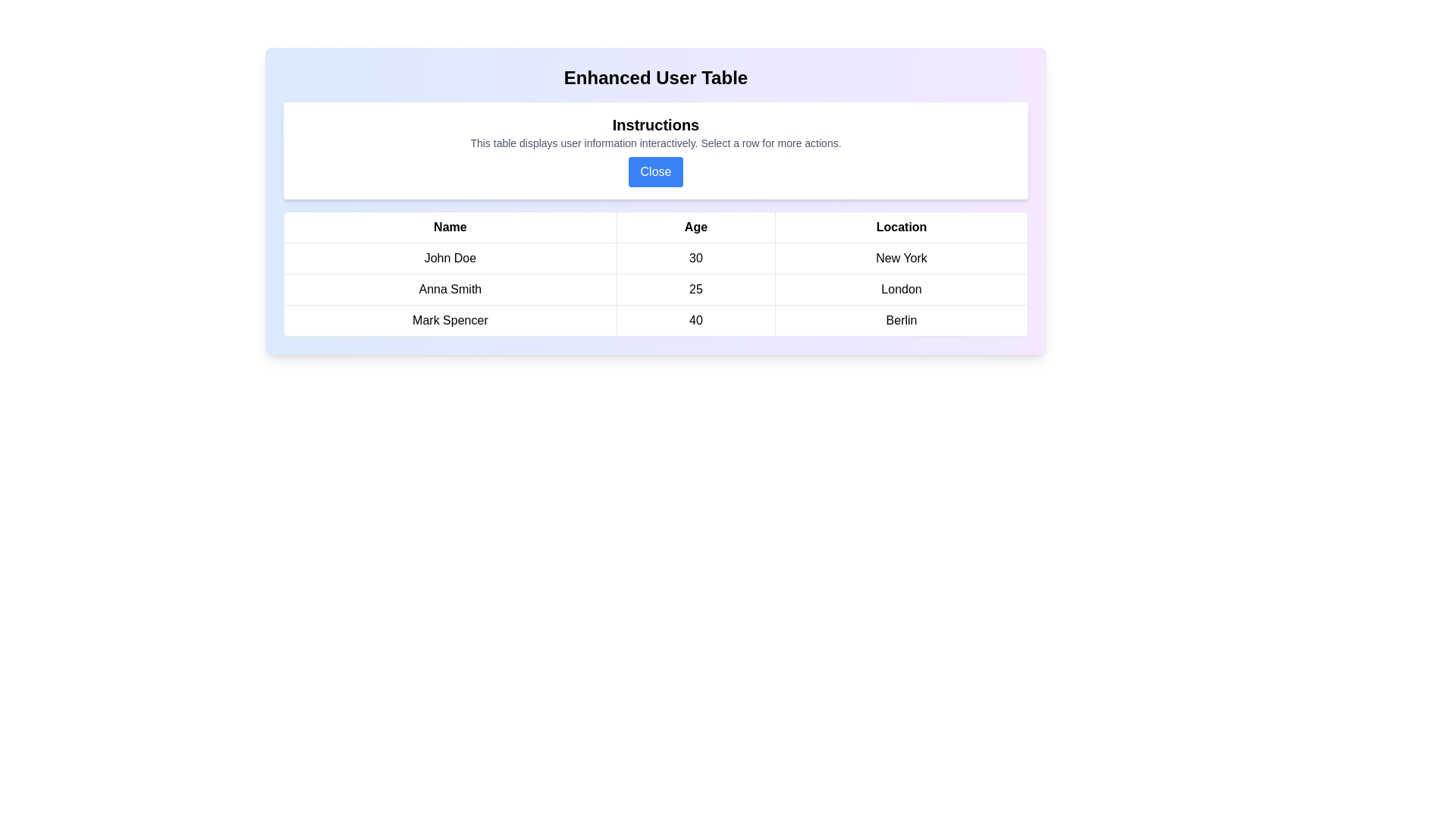 The image size is (1456, 819). What do you see at coordinates (695, 320) in the screenshot?
I see `the Text Label displaying the age information for 'Mark Spencer', located in the second column of the third row of the table` at bounding box center [695, 320].